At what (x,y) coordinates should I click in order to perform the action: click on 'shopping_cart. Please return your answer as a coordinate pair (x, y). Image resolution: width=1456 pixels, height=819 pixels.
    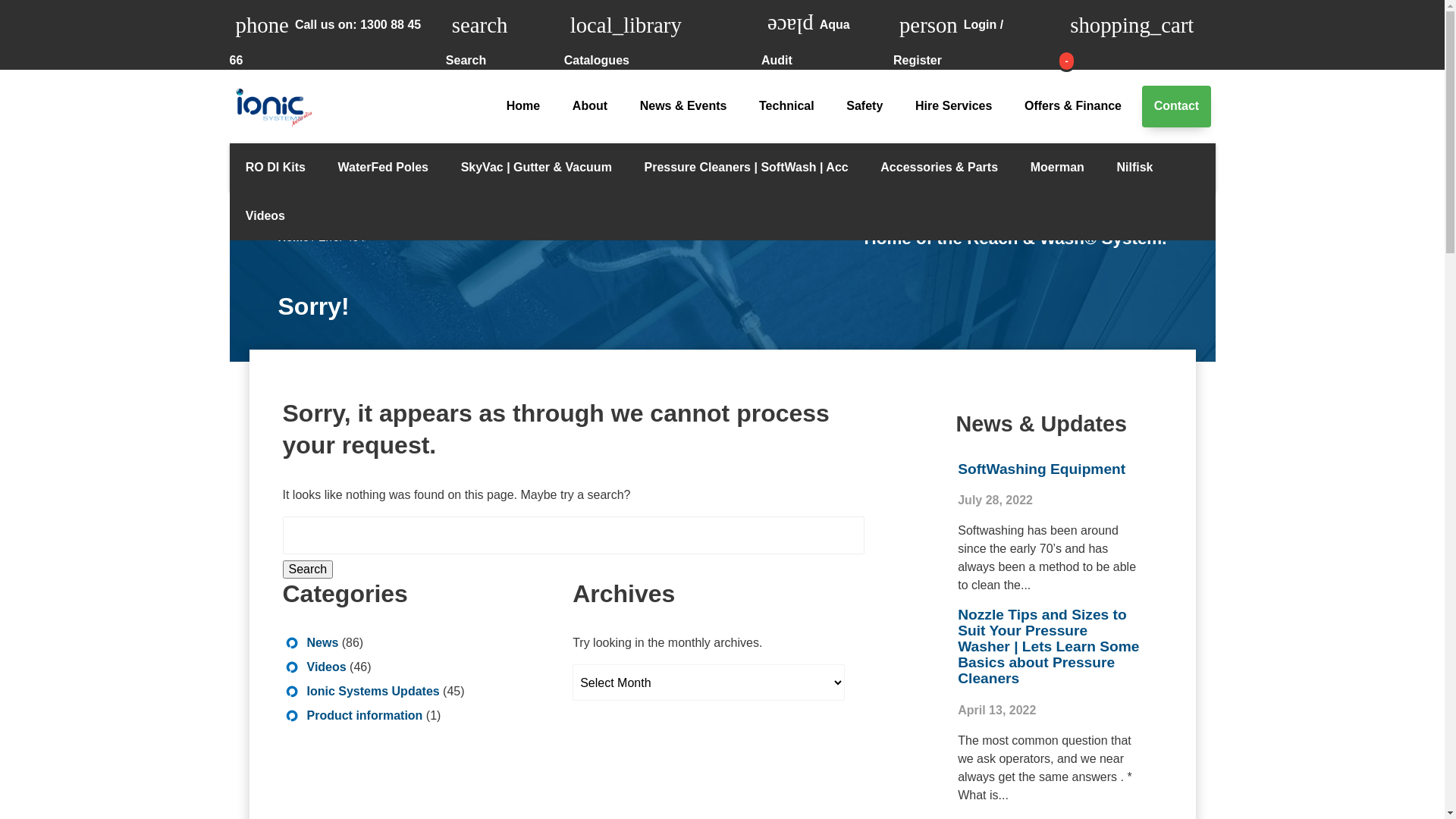
    Looking at the image, I should click on (1139, 34).